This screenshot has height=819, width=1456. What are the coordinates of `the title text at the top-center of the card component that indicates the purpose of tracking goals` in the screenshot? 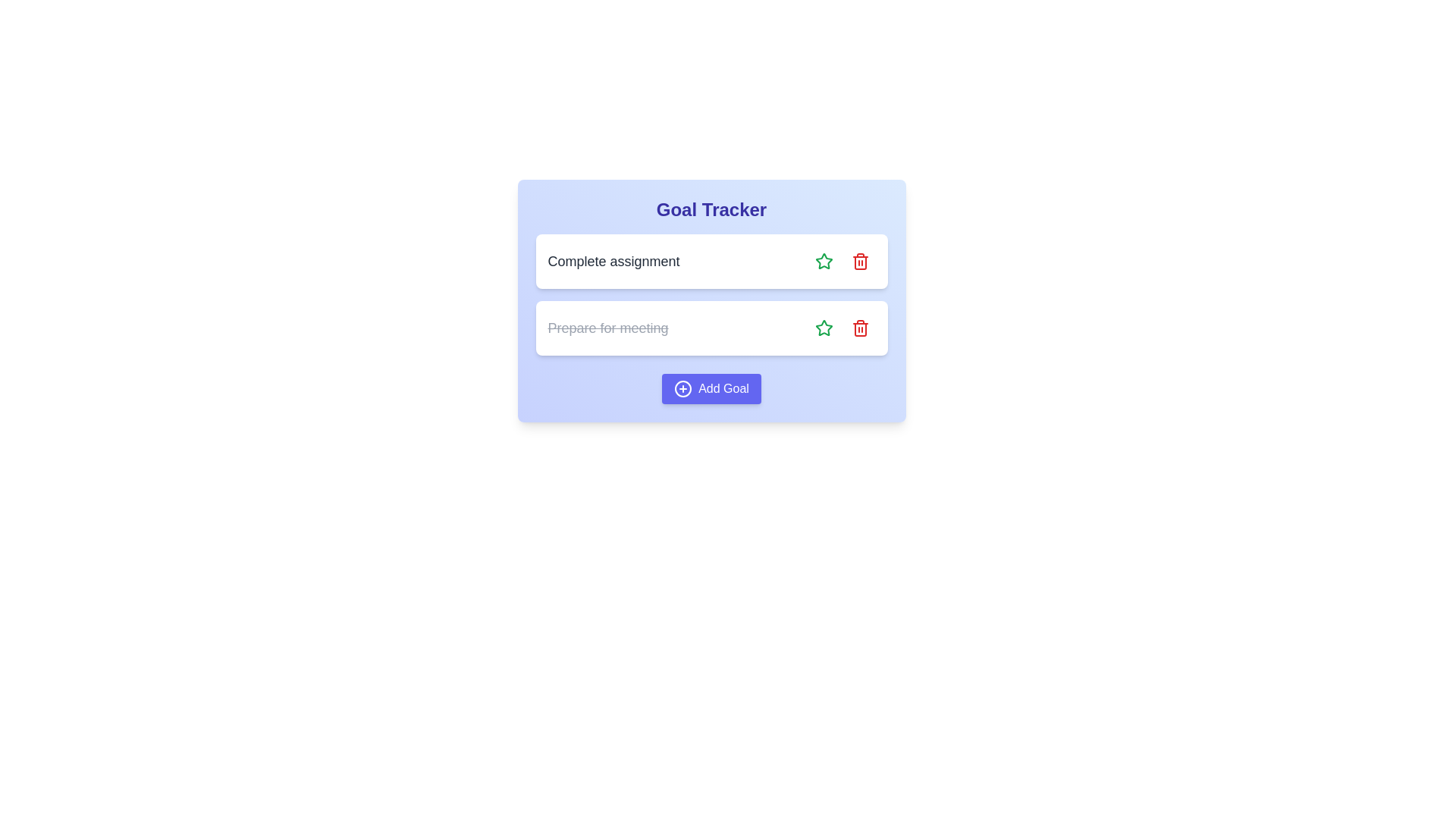 It's located at (711, 210).